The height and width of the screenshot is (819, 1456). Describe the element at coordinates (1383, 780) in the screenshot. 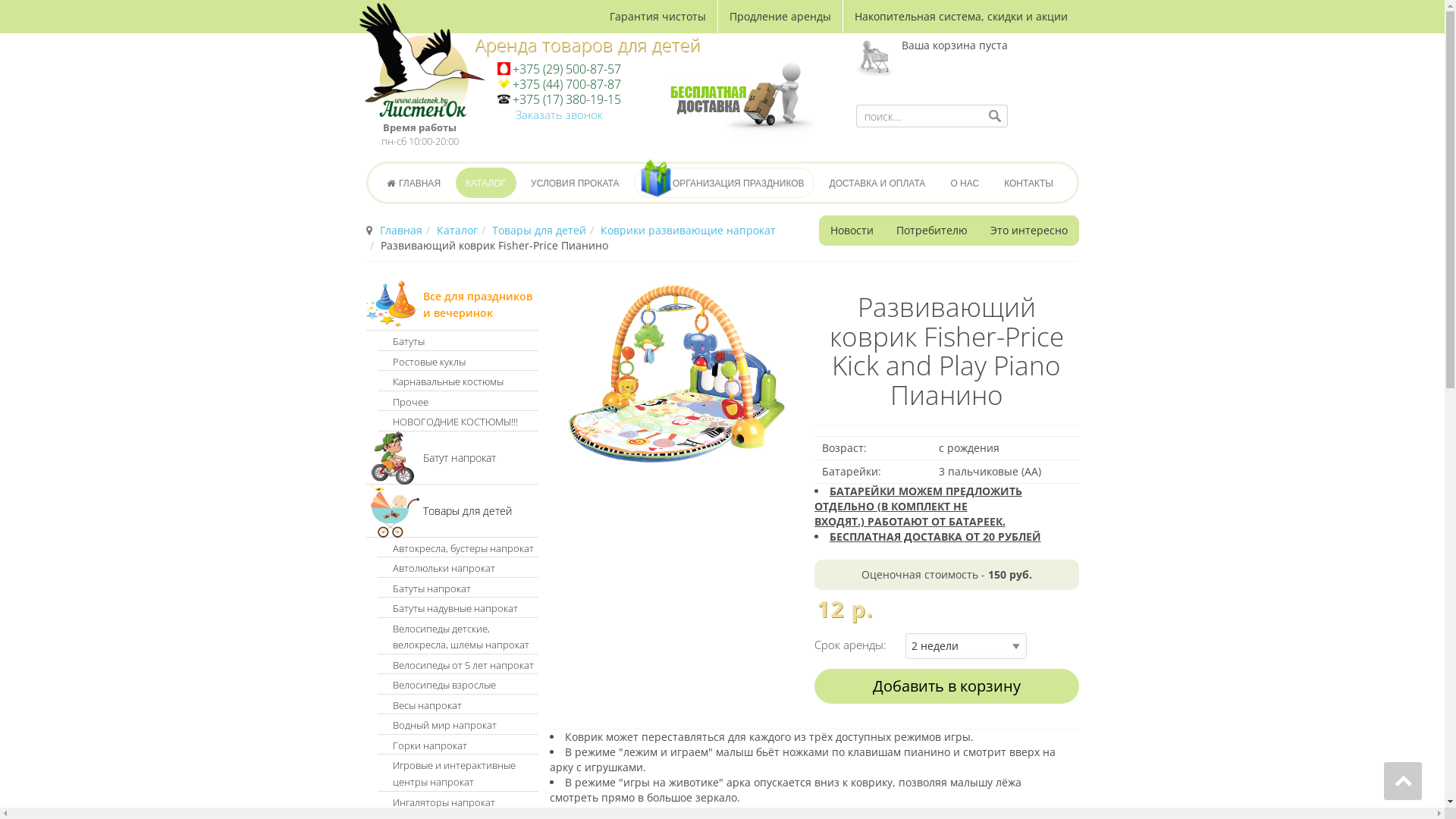

I see `'Go to top'` at that location.